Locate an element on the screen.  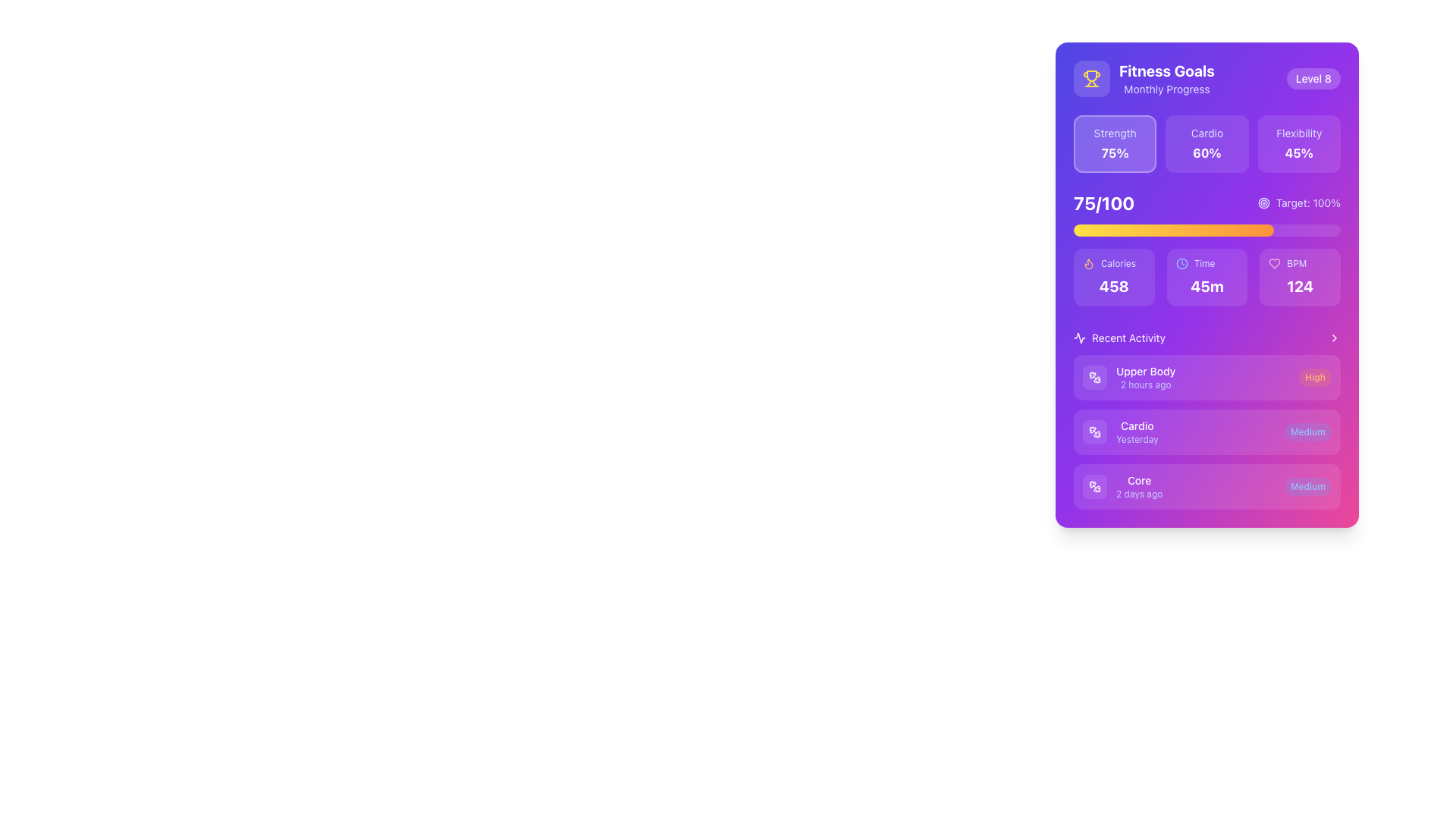
the 'Upper Body' text label, which is the first line in the 'Recent Activity' list, styled in white color and aligned above the '2 hours ago' timestamp is located at coordinates (1146, 371).